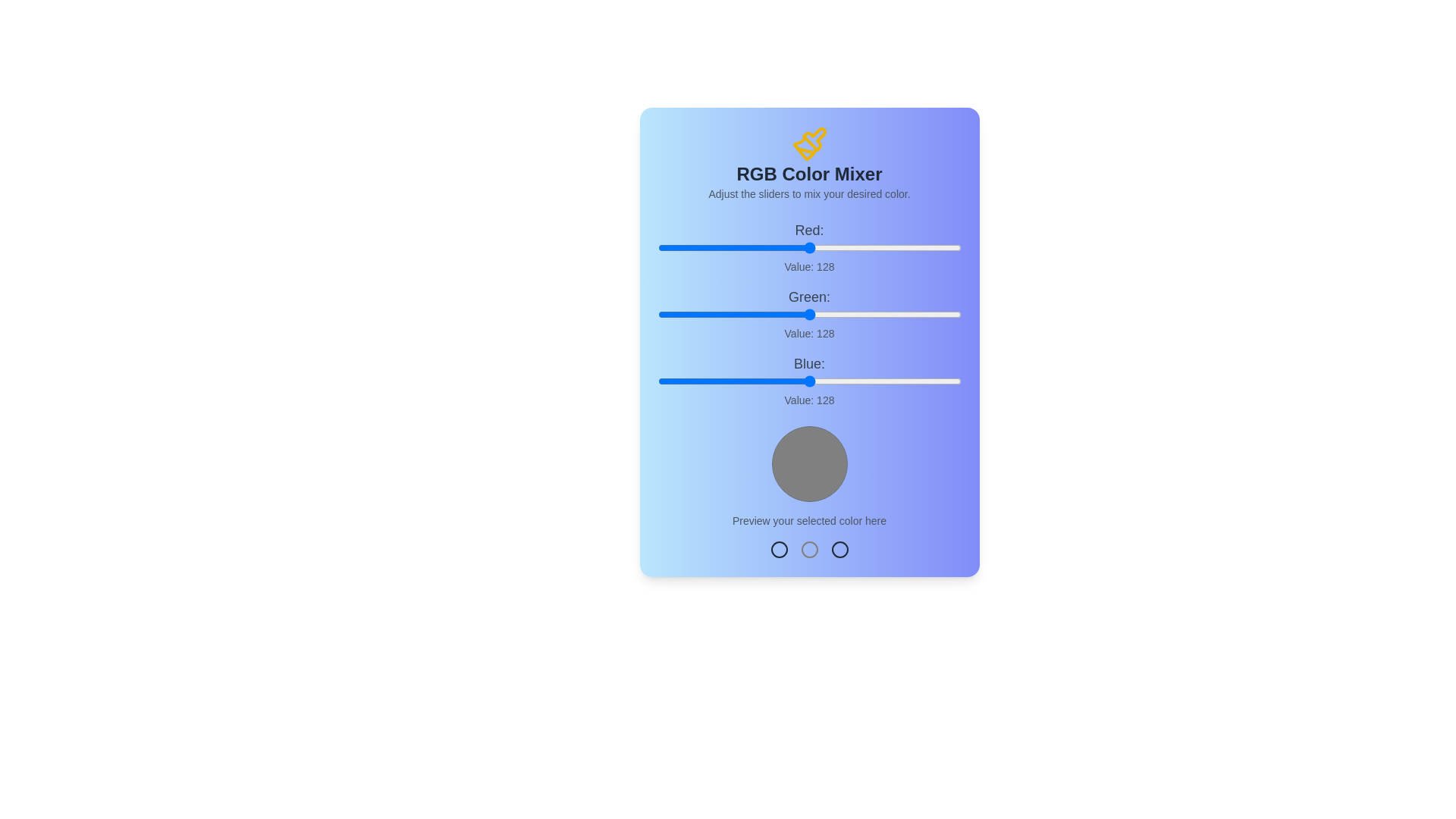  Describe the element at coordinates (908, 380) in the screenshot. I see `the blue slider to set the blue component to 211` at that location.